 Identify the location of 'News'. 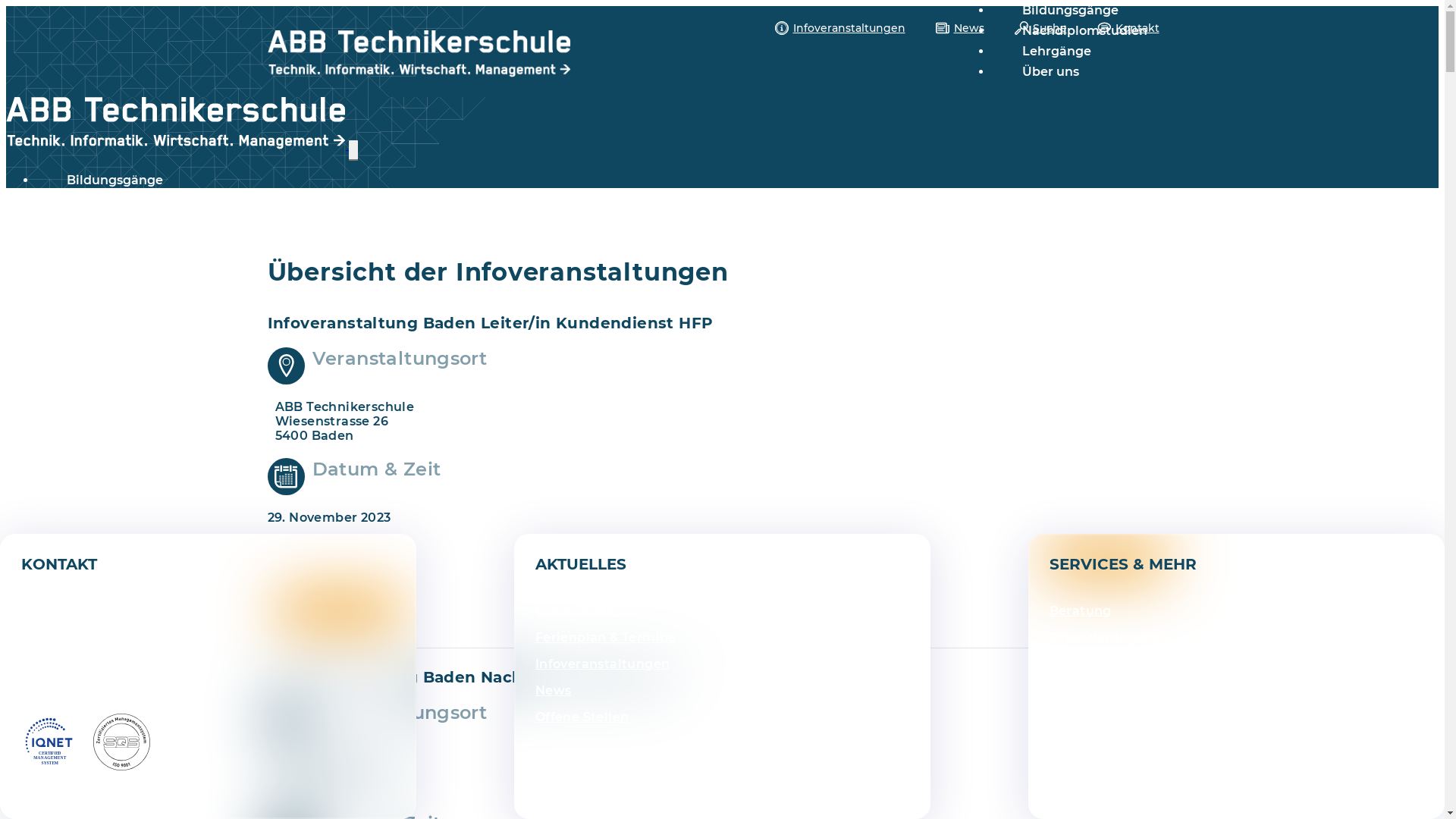
(535, 690).